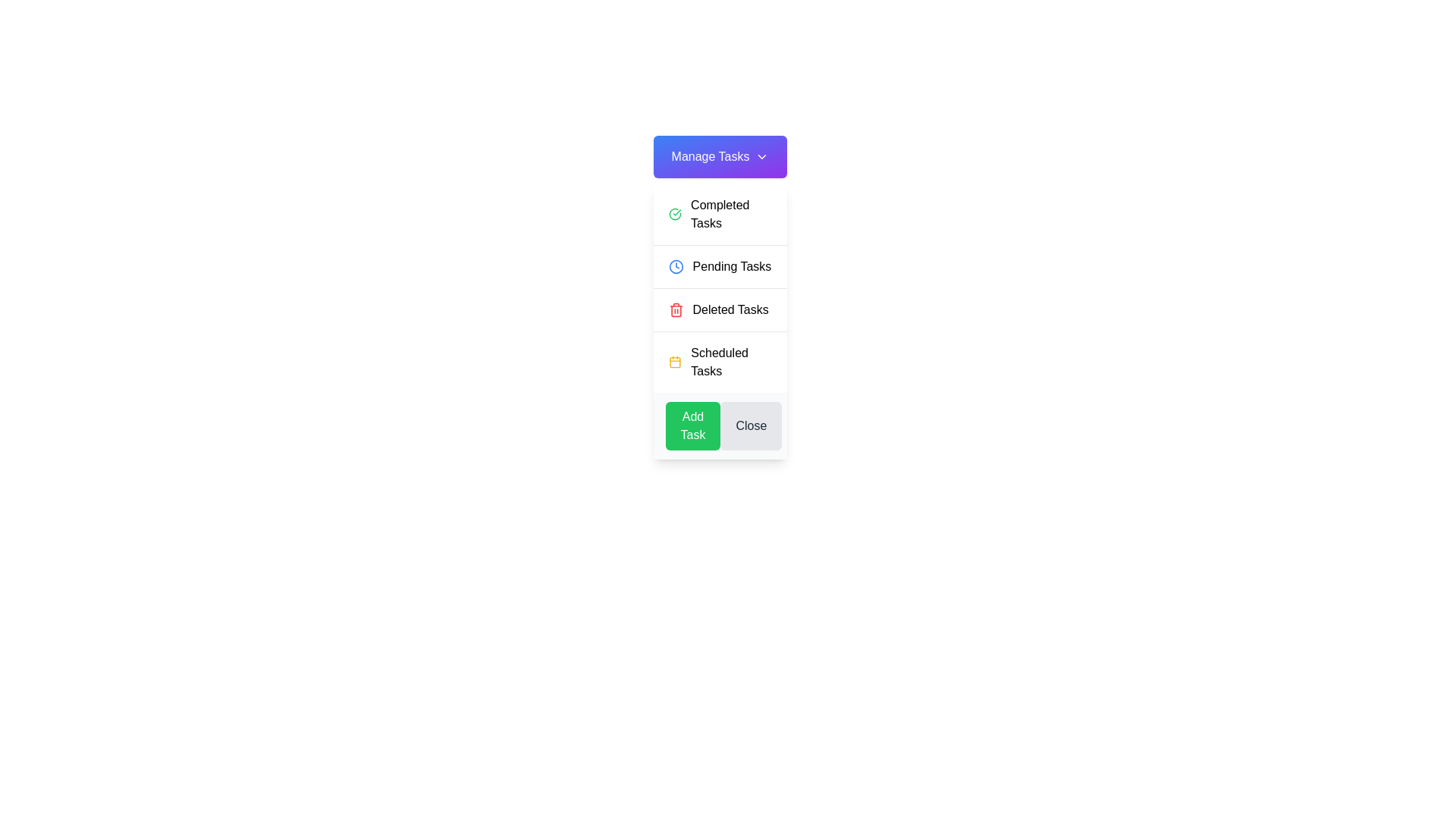  What do you see at coordinates (720, 265) in the screenshot?
I see `the 'Pending Tasks' button, which is a clickable rectangular button with a light background and text, positioned below 'Completed Tasks' and above 'Deleted Tasks' in the 'Manage Tasks' section` at bounding box center [720, 265].